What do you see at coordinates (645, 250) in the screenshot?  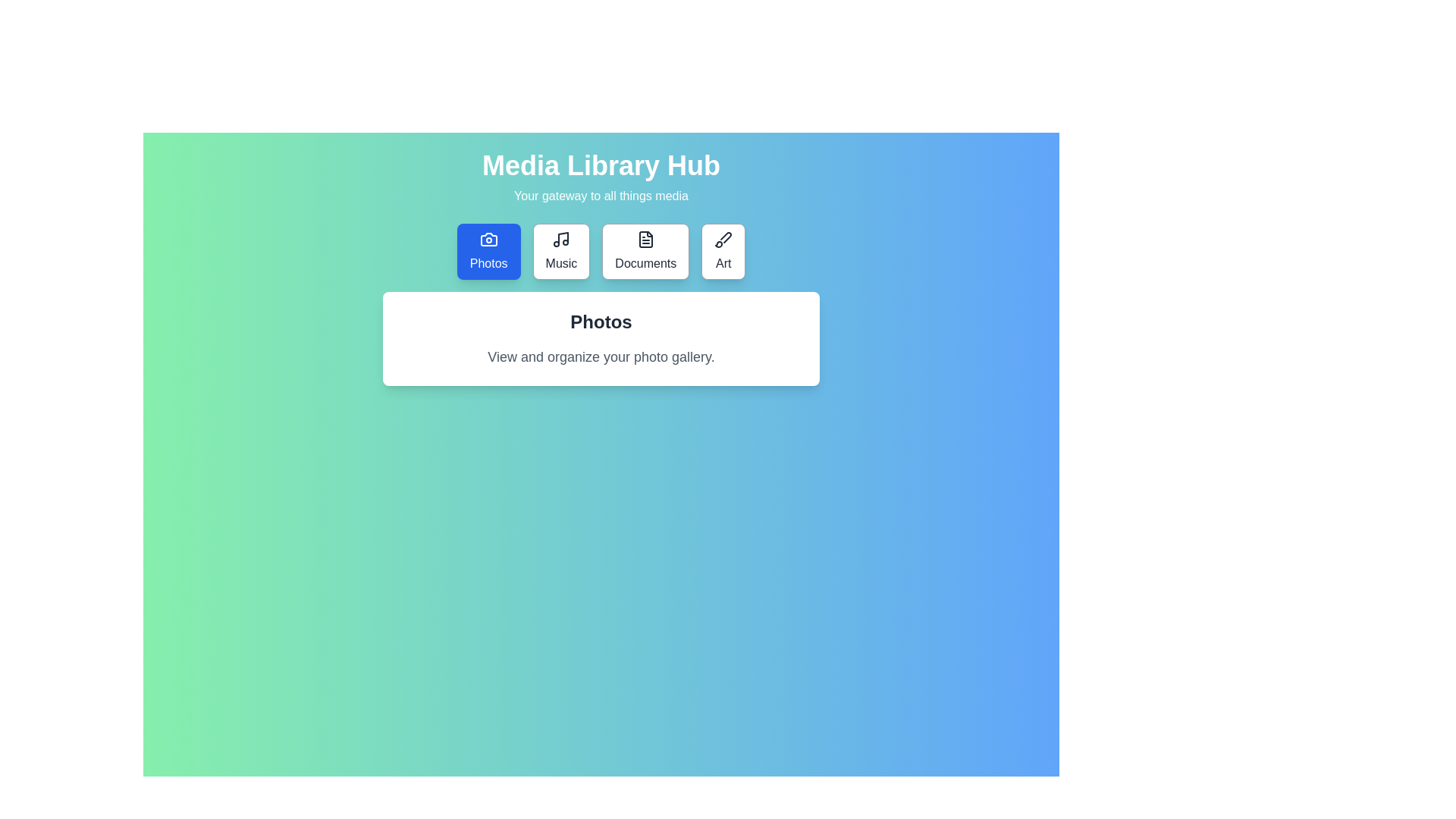 I see `the Documents tab` at bounding box center [645, 250].